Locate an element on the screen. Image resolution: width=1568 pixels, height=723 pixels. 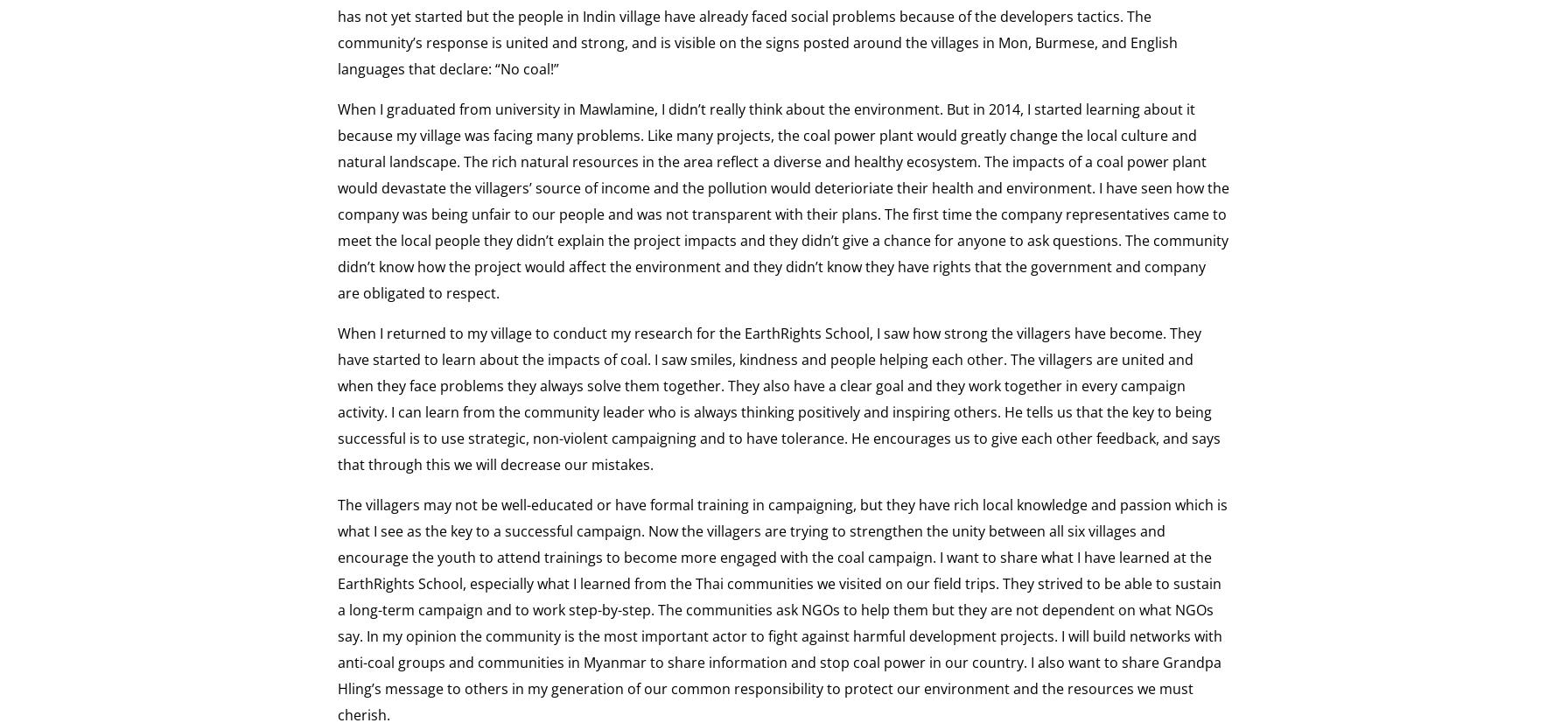
'Events' is located at coordinates (612, 182).